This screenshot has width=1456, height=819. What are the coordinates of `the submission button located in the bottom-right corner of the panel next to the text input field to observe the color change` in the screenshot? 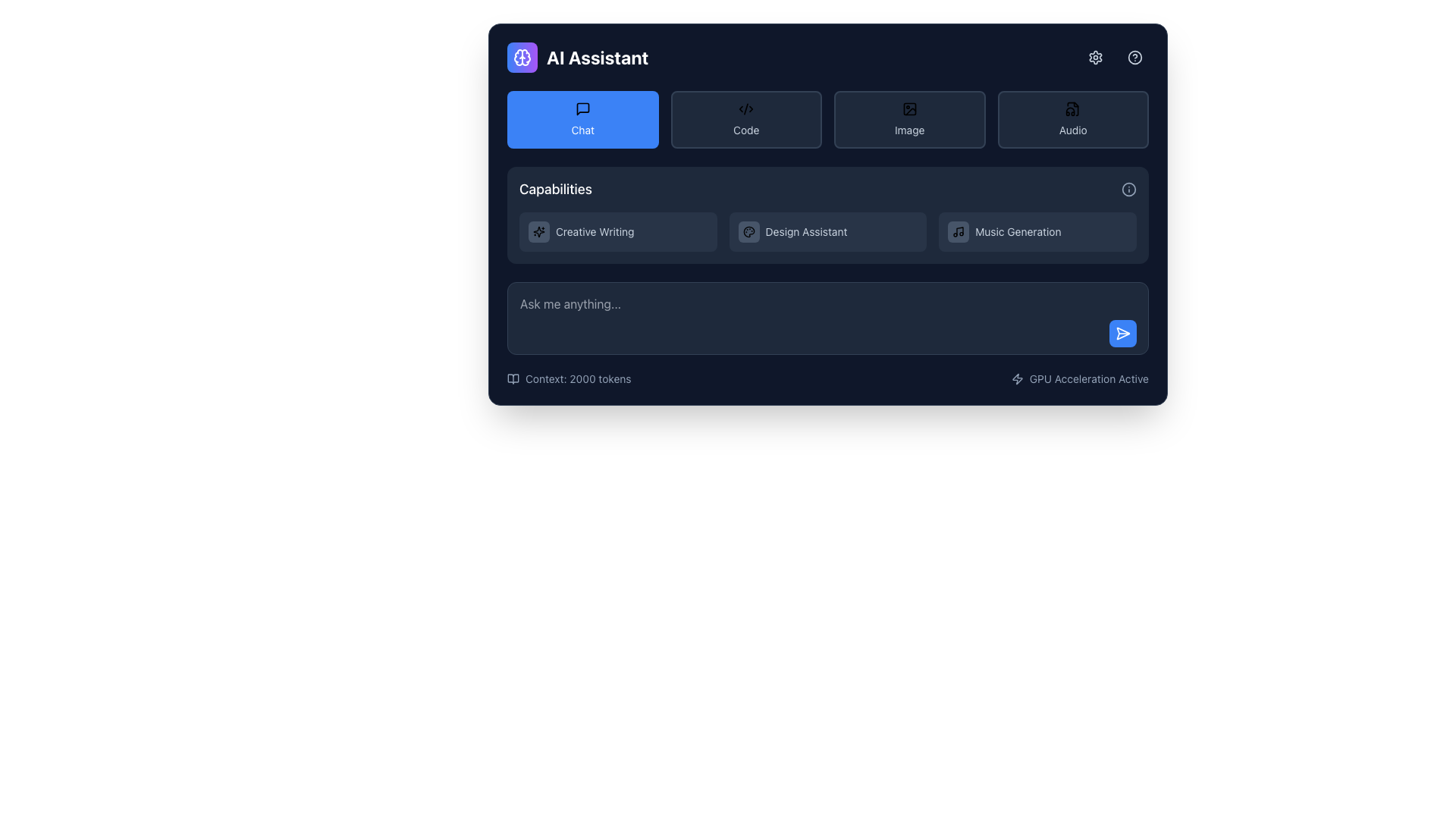 It's located at (1123, 332).